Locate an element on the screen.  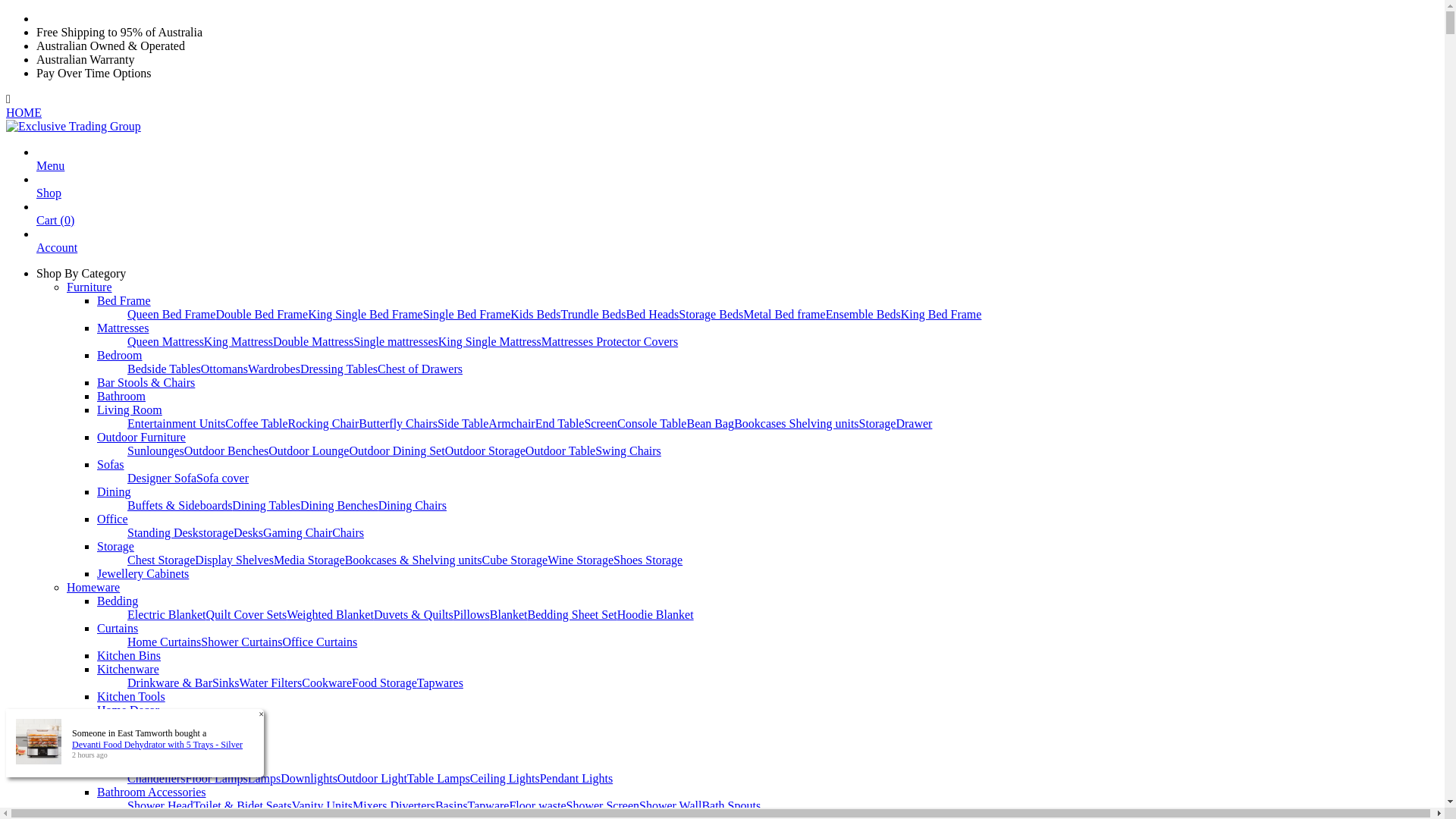
'Table Lamps' is located at coordinates (438, 778).